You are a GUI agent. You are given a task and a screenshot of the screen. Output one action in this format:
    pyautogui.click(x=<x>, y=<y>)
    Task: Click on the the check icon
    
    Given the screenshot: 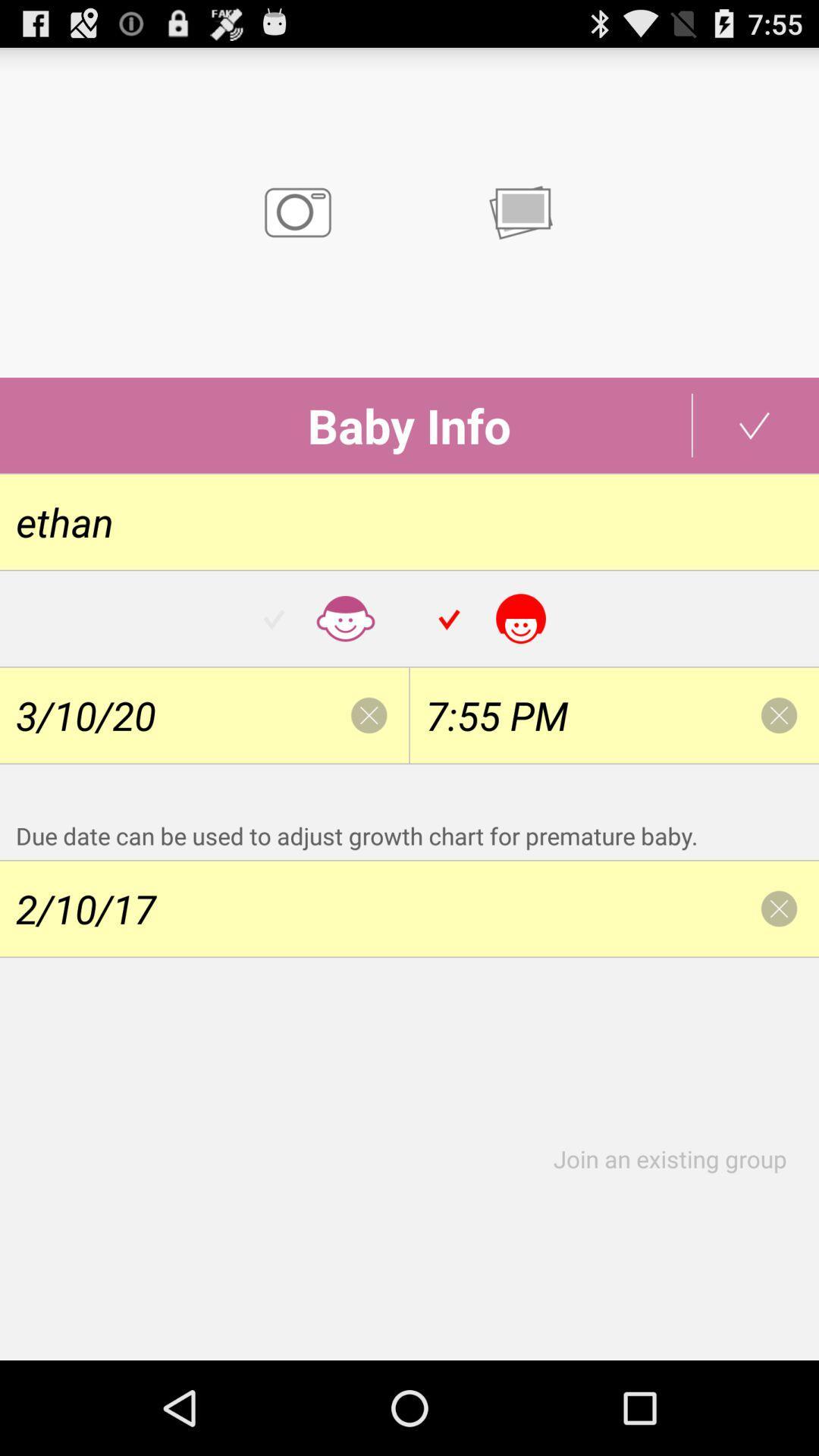 What is the action you would take?
    pyautogui.click(x=755, y=454)
    